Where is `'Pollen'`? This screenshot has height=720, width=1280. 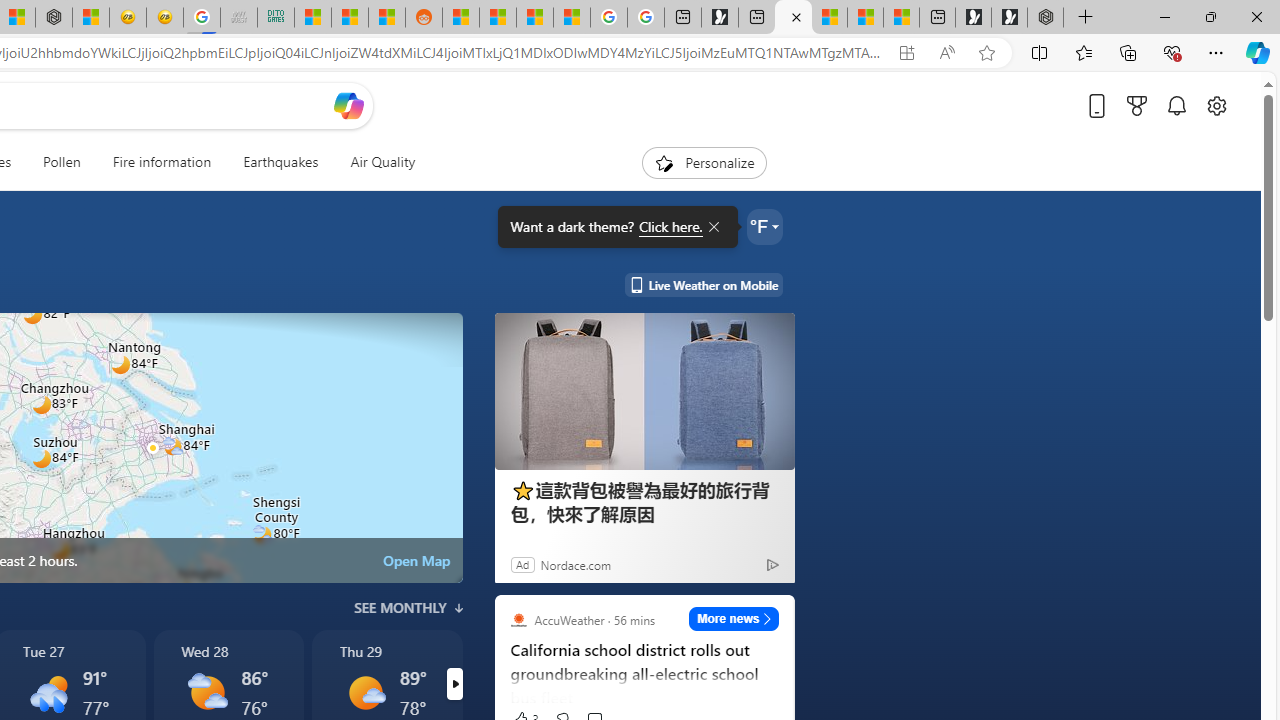
'Pollen' is located at coordinates (62, 162).